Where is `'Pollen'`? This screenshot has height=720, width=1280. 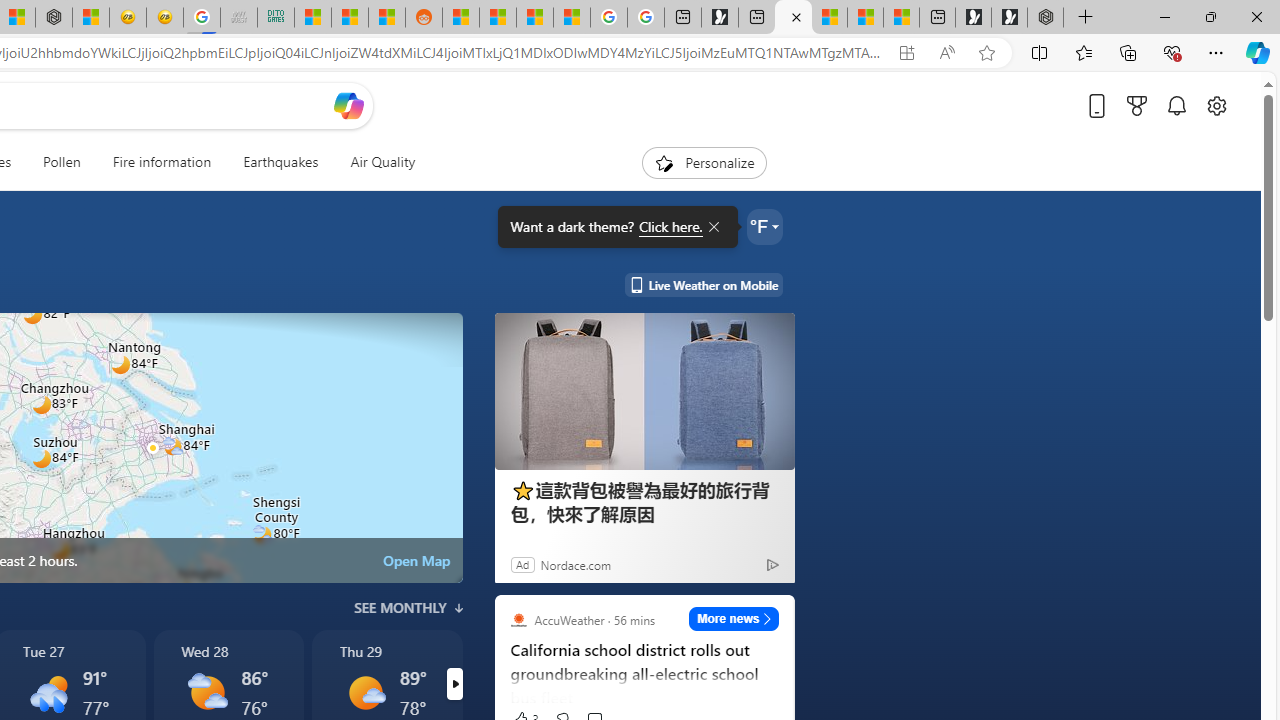
'Pollen' is located at coordinates (62, 162).